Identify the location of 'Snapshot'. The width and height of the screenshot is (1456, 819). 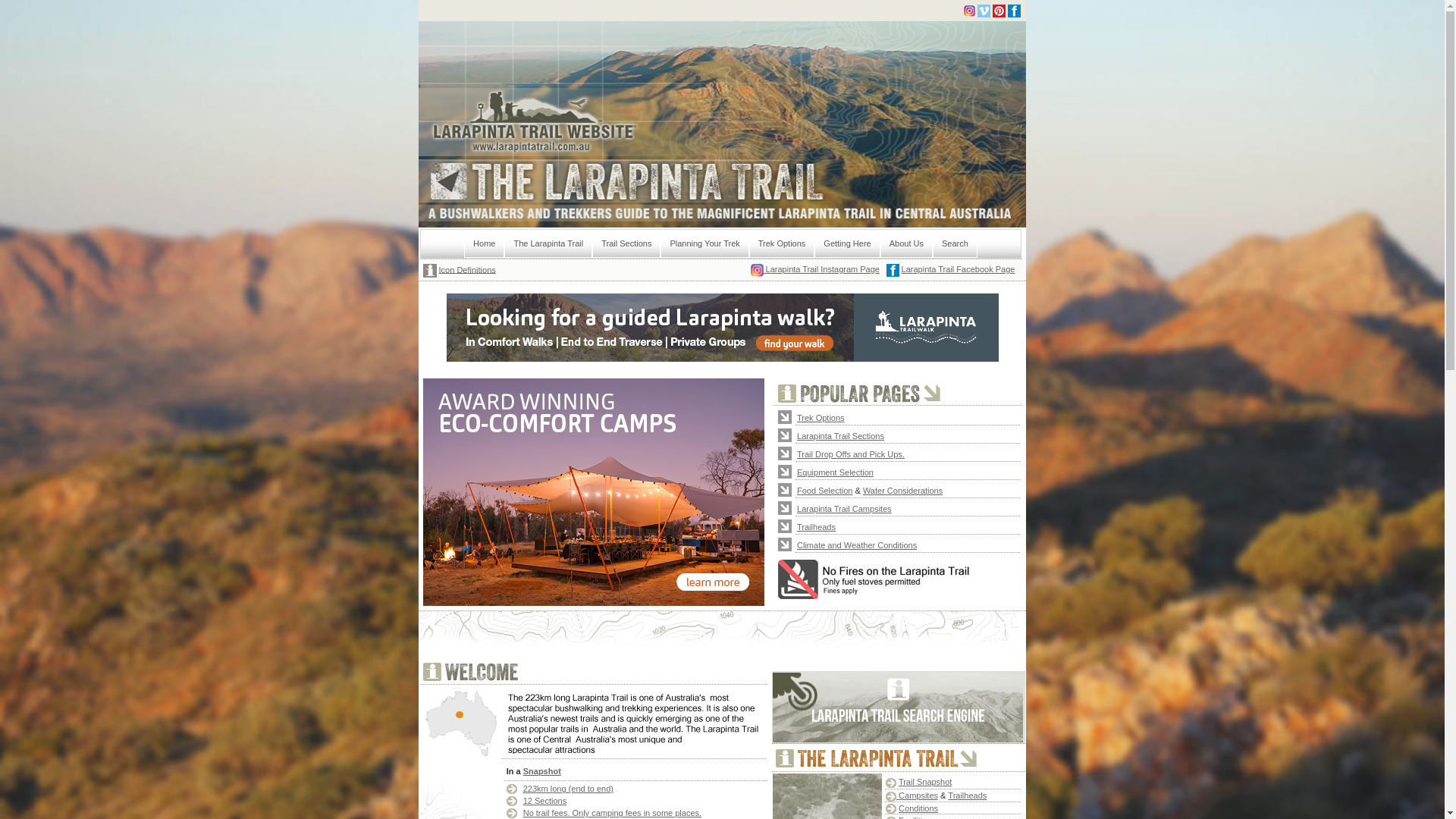
(542, 771).